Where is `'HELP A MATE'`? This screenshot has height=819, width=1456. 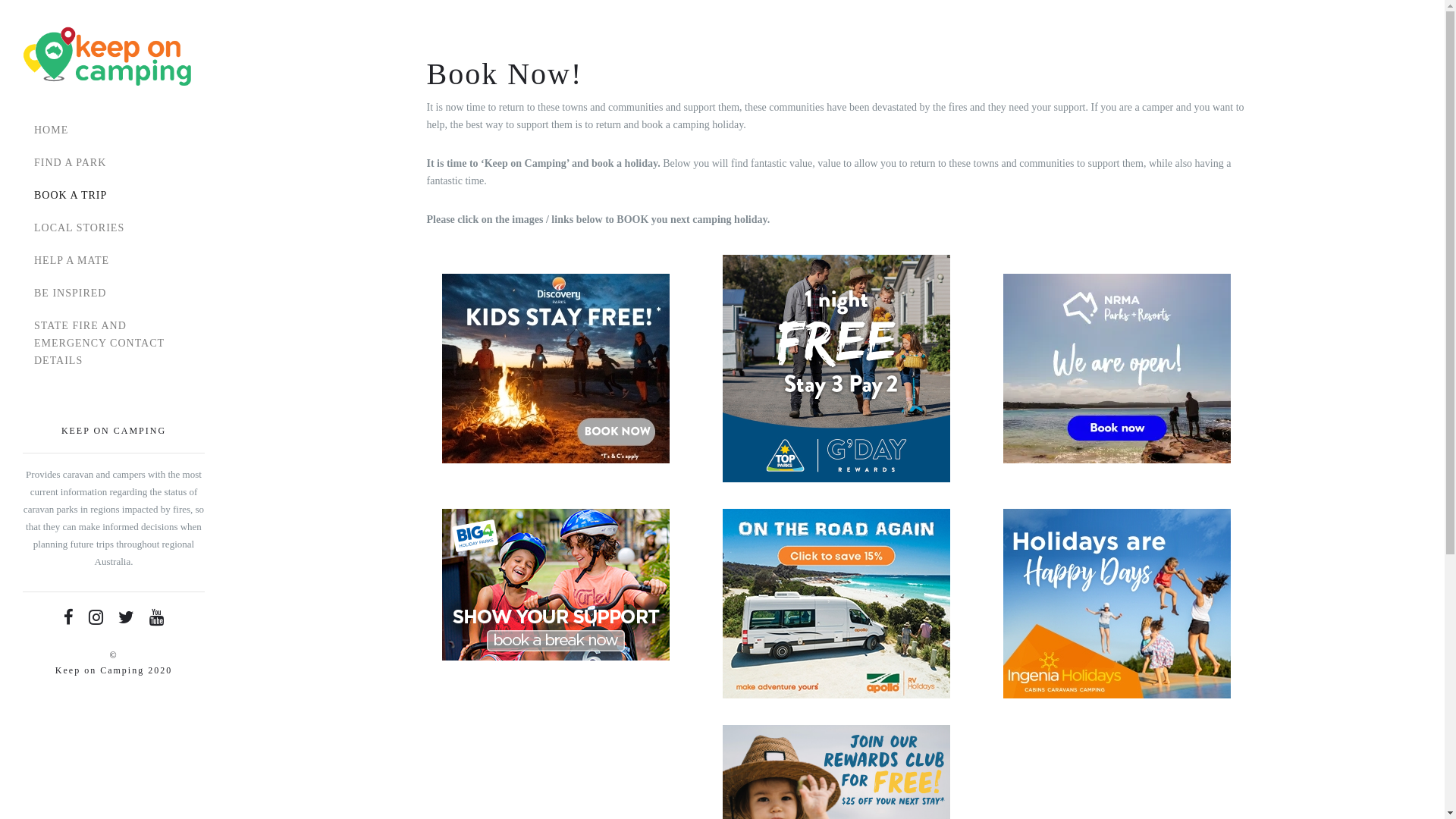
'HELP A MATE' is located at coordinates (112, 259).